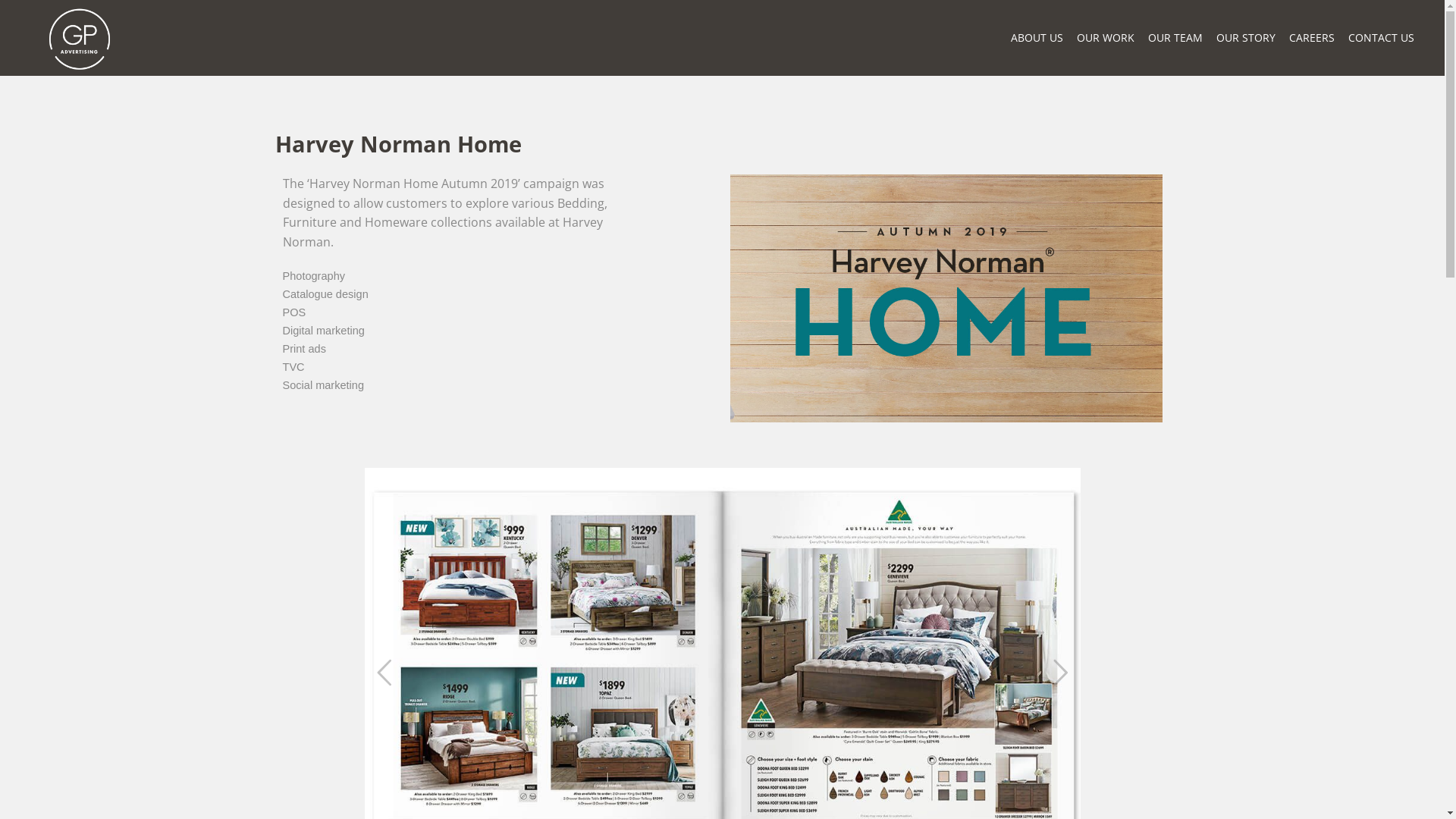  What do you see at coordinates (1175, 36) in the screenshot?
I see `'OUR TEAM'` at bounding box center [1175, 36].